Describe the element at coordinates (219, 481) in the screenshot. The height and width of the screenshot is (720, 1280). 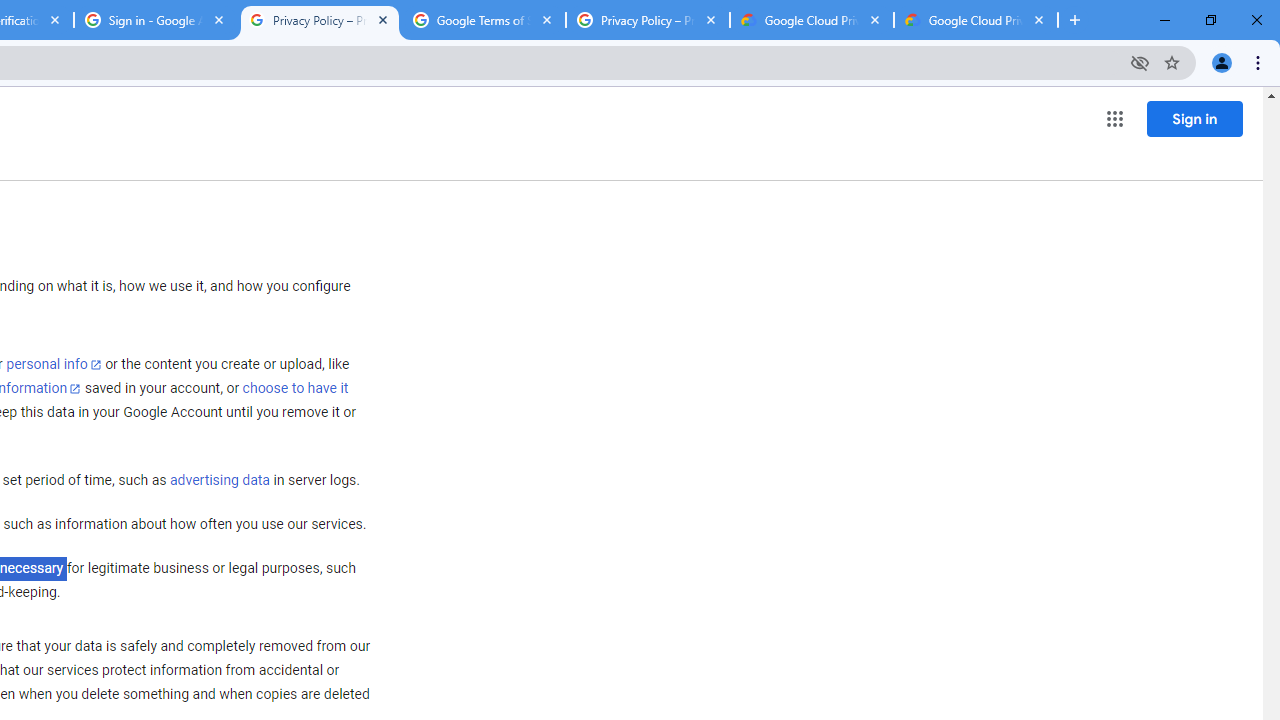
I see `'advertising data'` at that location.